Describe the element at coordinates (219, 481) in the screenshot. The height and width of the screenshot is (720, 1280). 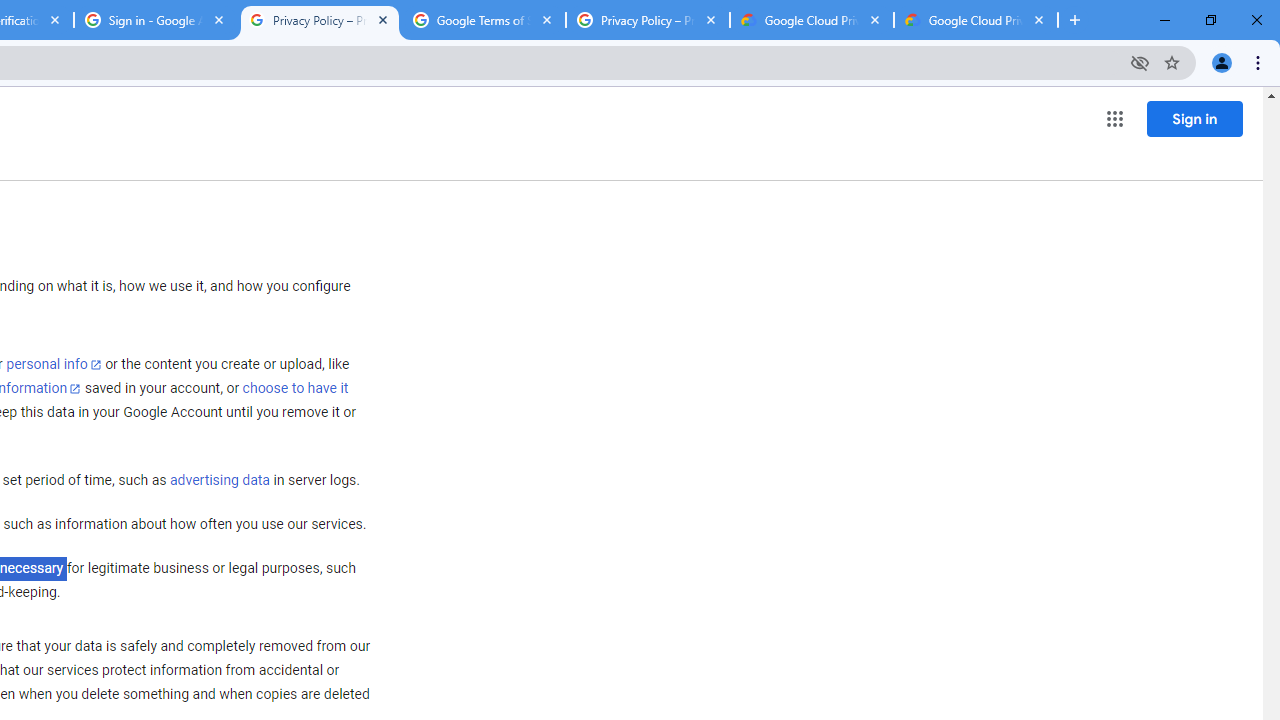
I see `'advertising data'` at that location.